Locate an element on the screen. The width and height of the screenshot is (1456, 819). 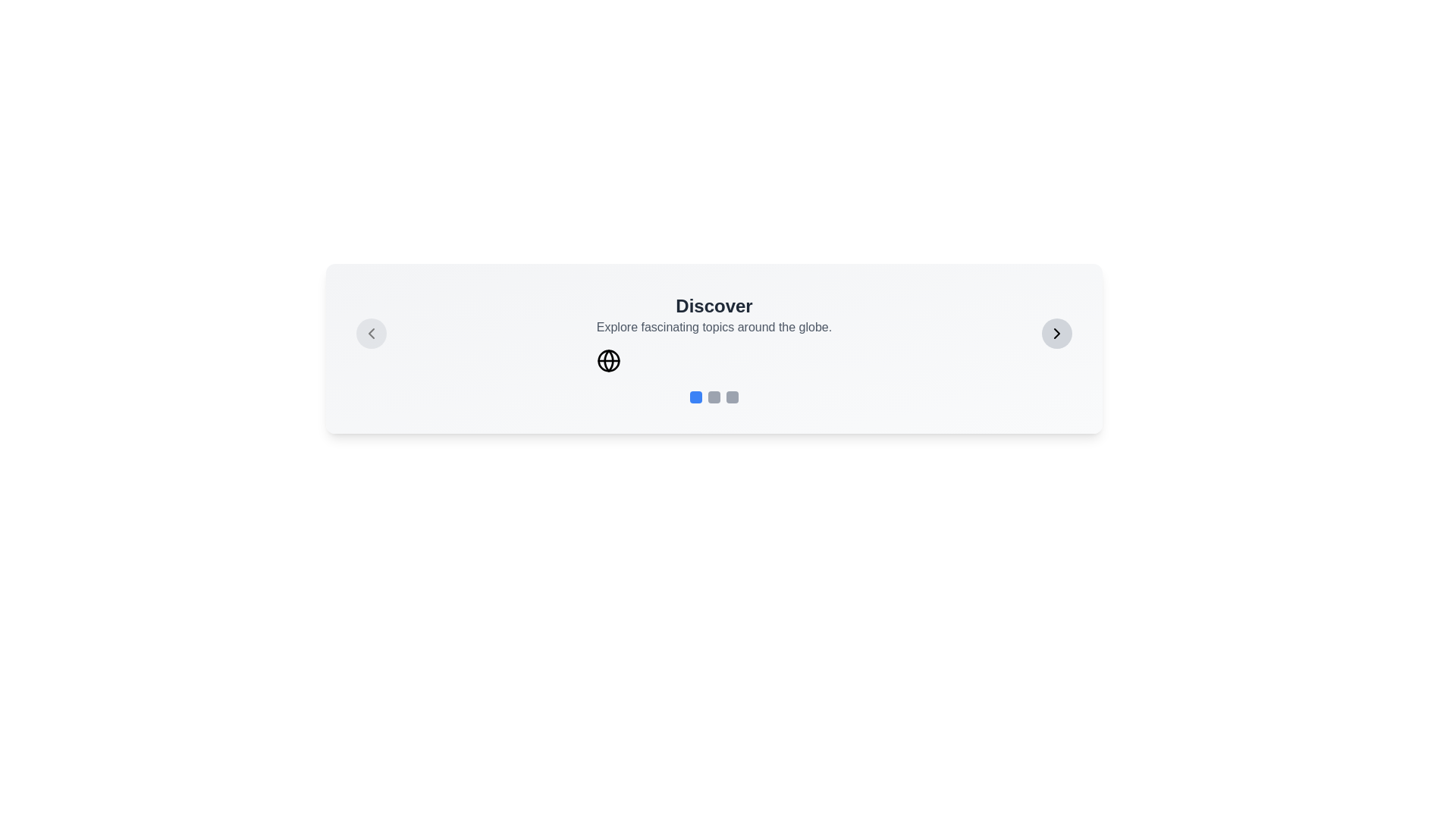
the circular button with a right-pointing arrow icon is located at coordinates (1056, 332).